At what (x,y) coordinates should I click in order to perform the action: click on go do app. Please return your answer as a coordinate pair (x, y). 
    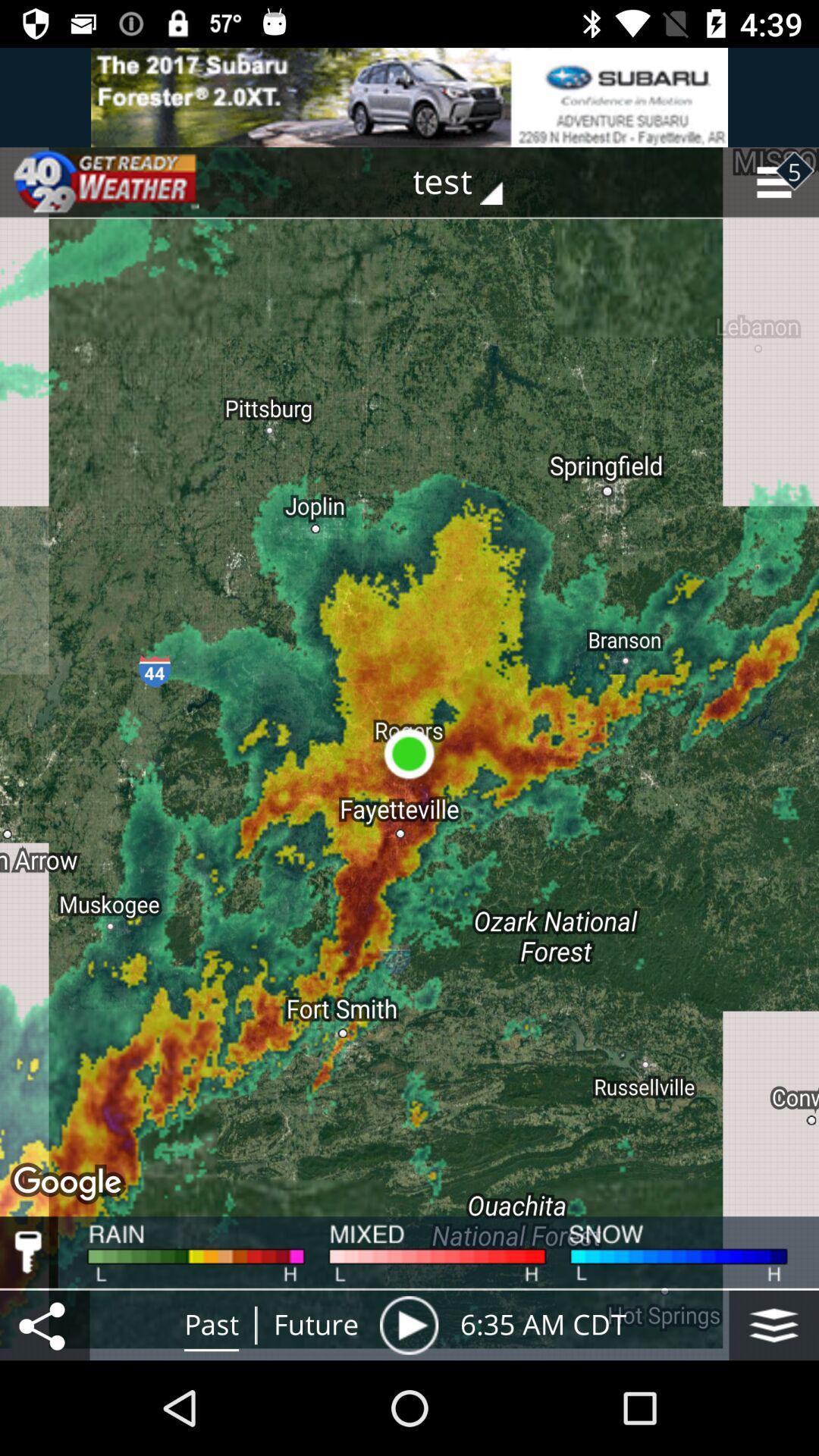
    Looking at the image, I should click on (409, 96).